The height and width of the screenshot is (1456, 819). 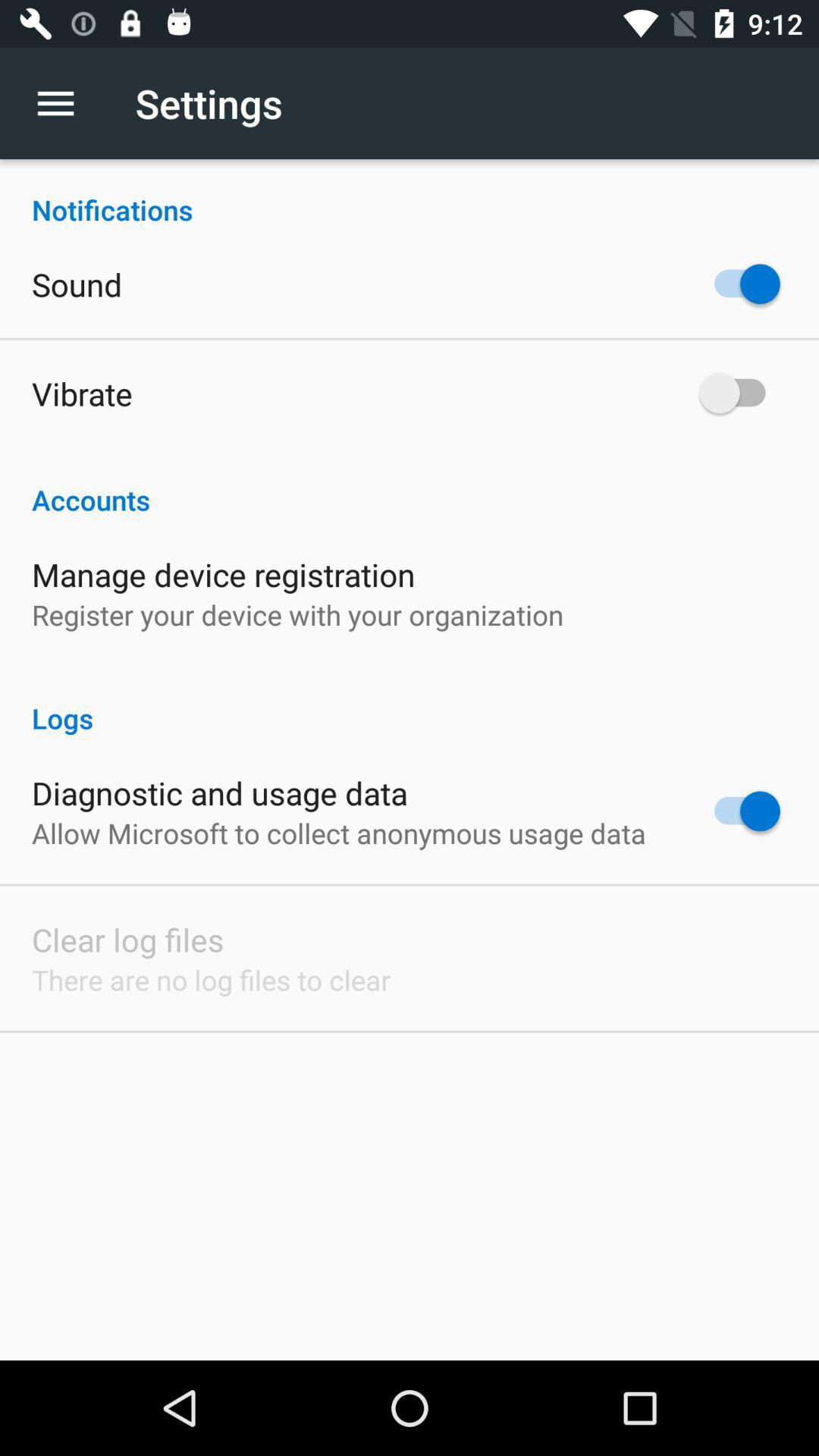 What do you see at coordinates (63, 102) in the screenshot?
I see `icon to the left of settings app` at bounding box center [63, 102].